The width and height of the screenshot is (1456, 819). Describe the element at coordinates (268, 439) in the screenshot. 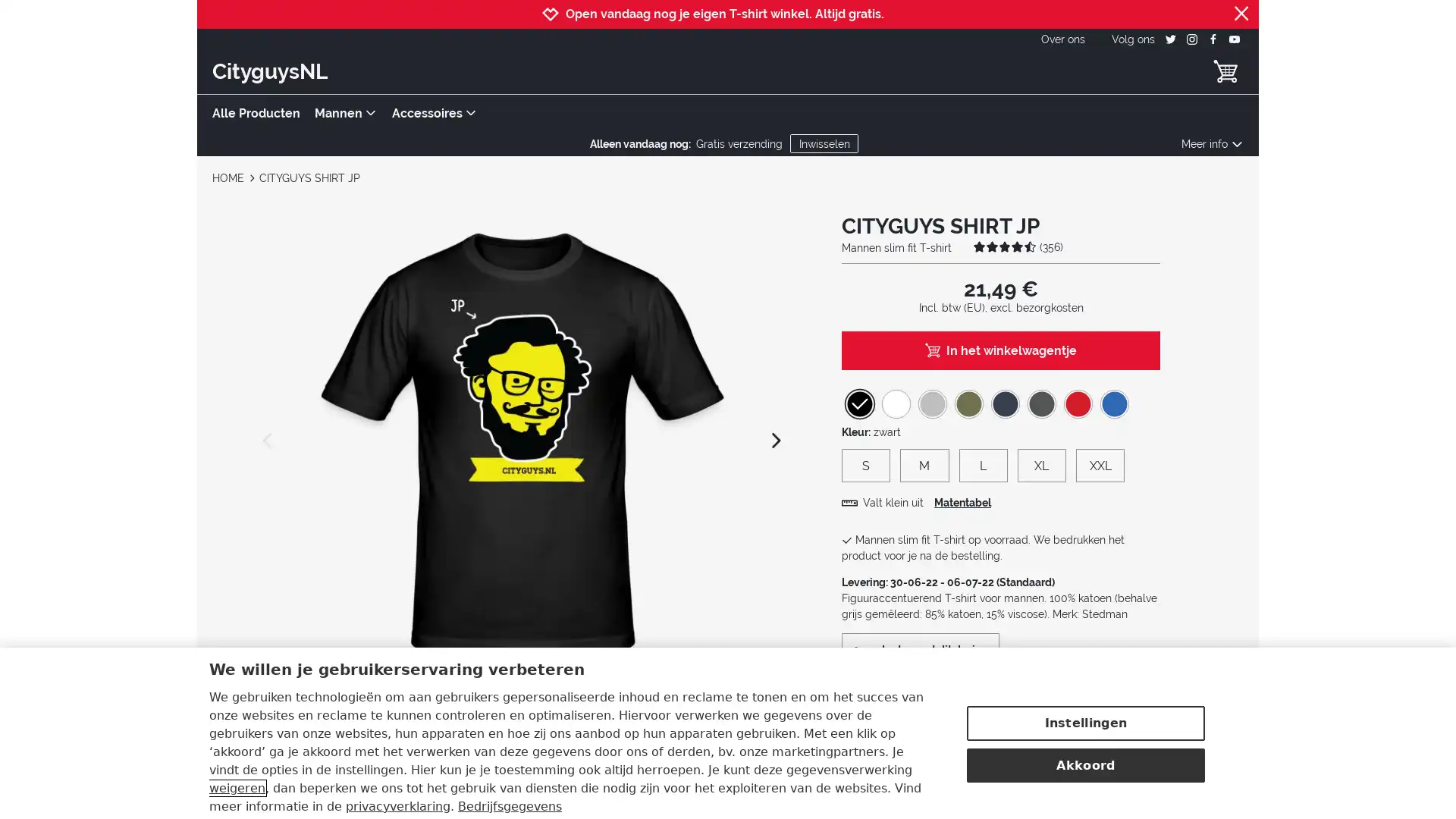

I see `previous image` at that location.